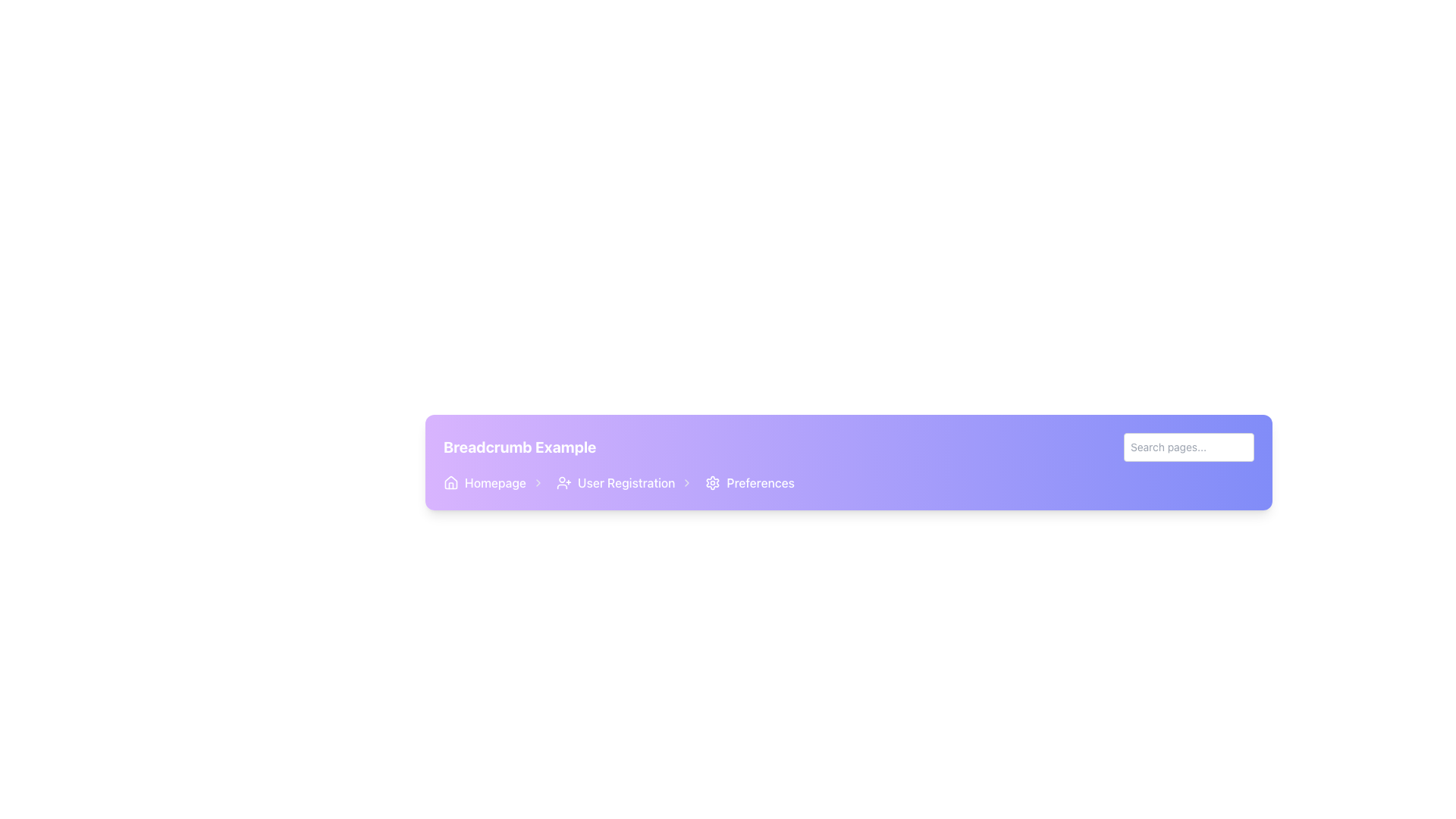  I want to click on the third item in the breadcrumb navigation structure, which is an interactive text link directing to the 'User Registration' section, so click(626, 482).